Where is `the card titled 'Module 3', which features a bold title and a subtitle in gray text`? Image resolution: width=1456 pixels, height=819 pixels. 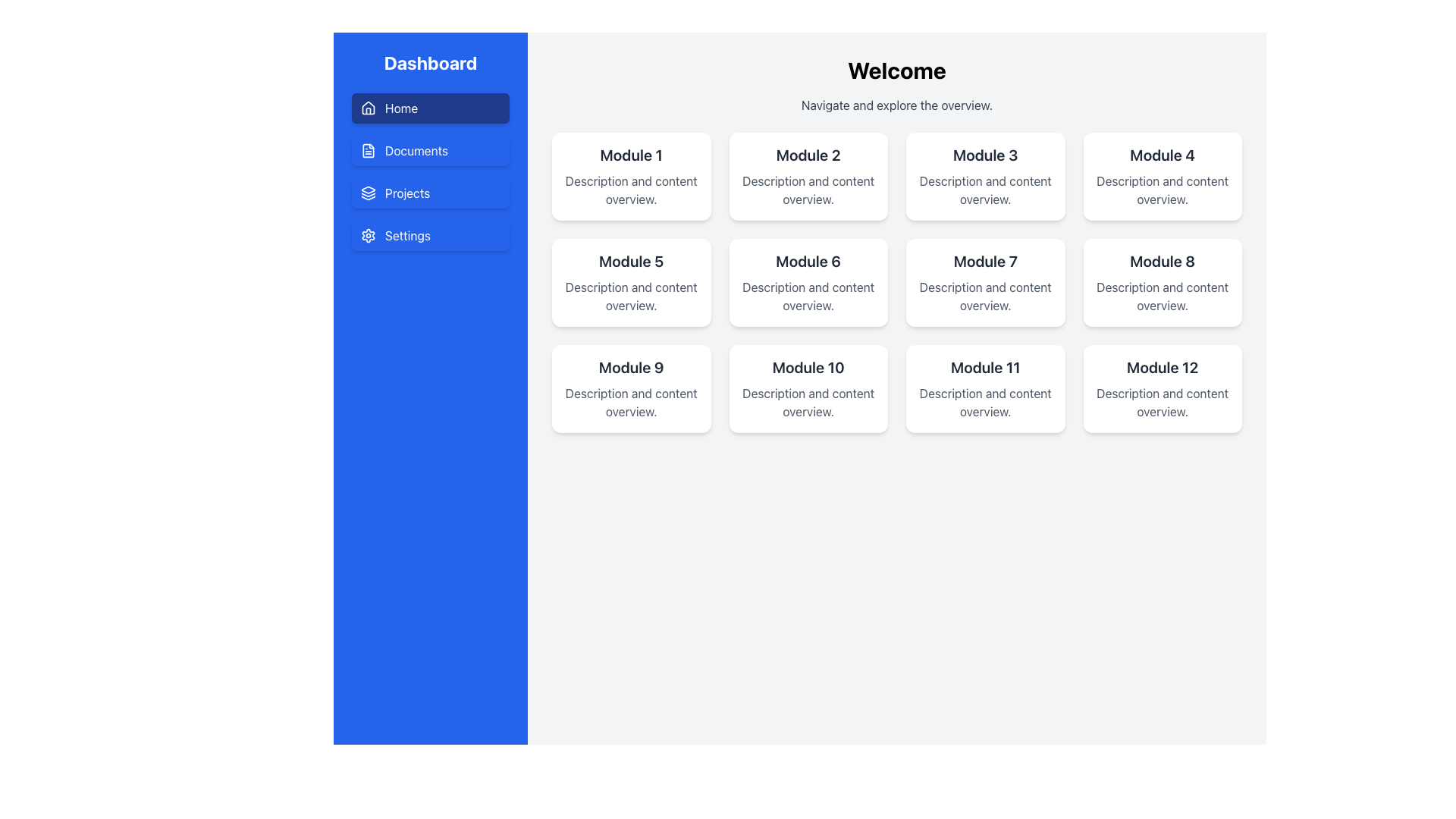 the card titled 'Module 3', which features a bold title and a subtitle in gray text is located at coordinates (985, 175).